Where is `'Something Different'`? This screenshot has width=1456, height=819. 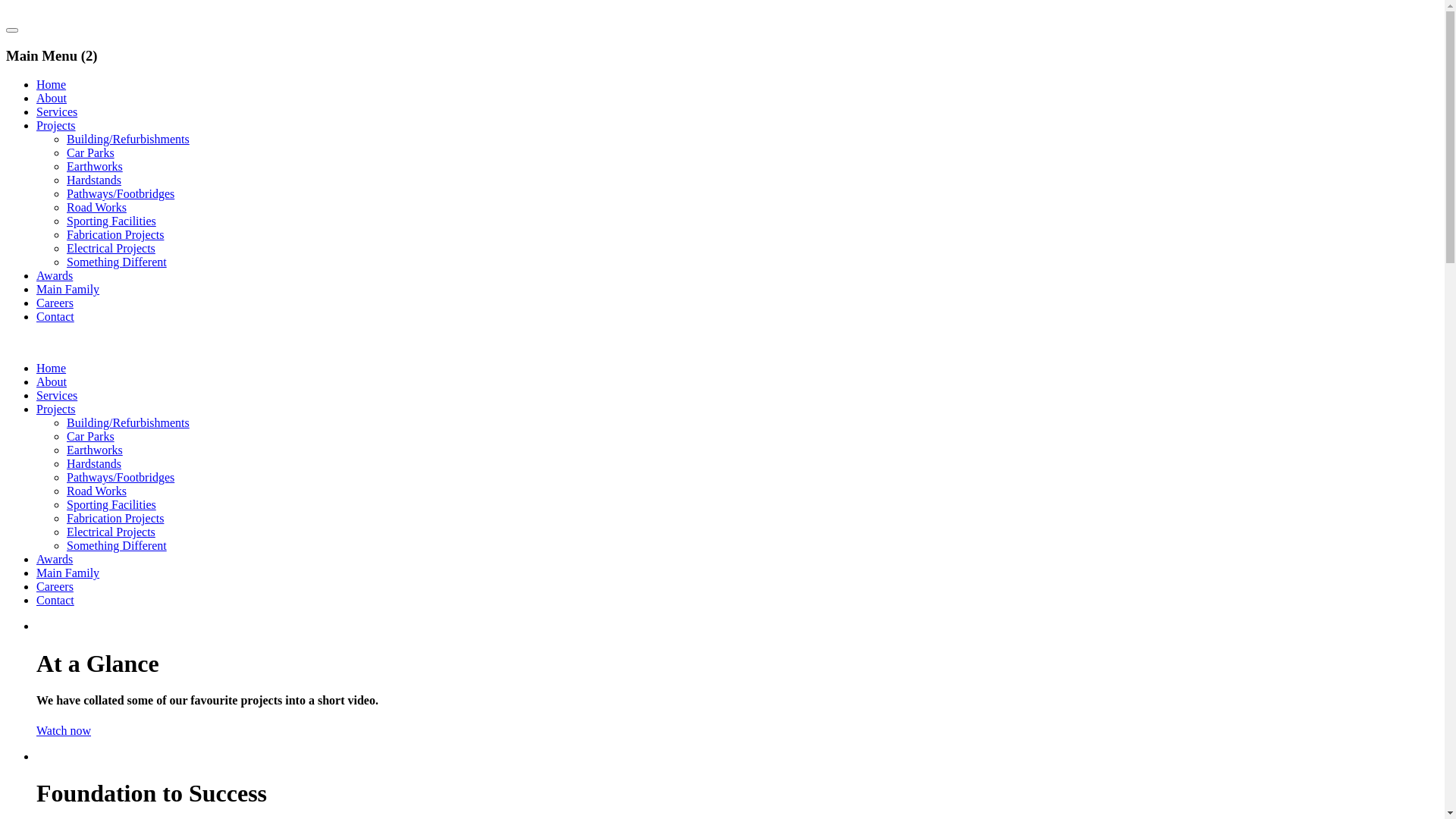
'Something Different' is located at coordinates (115, 544).